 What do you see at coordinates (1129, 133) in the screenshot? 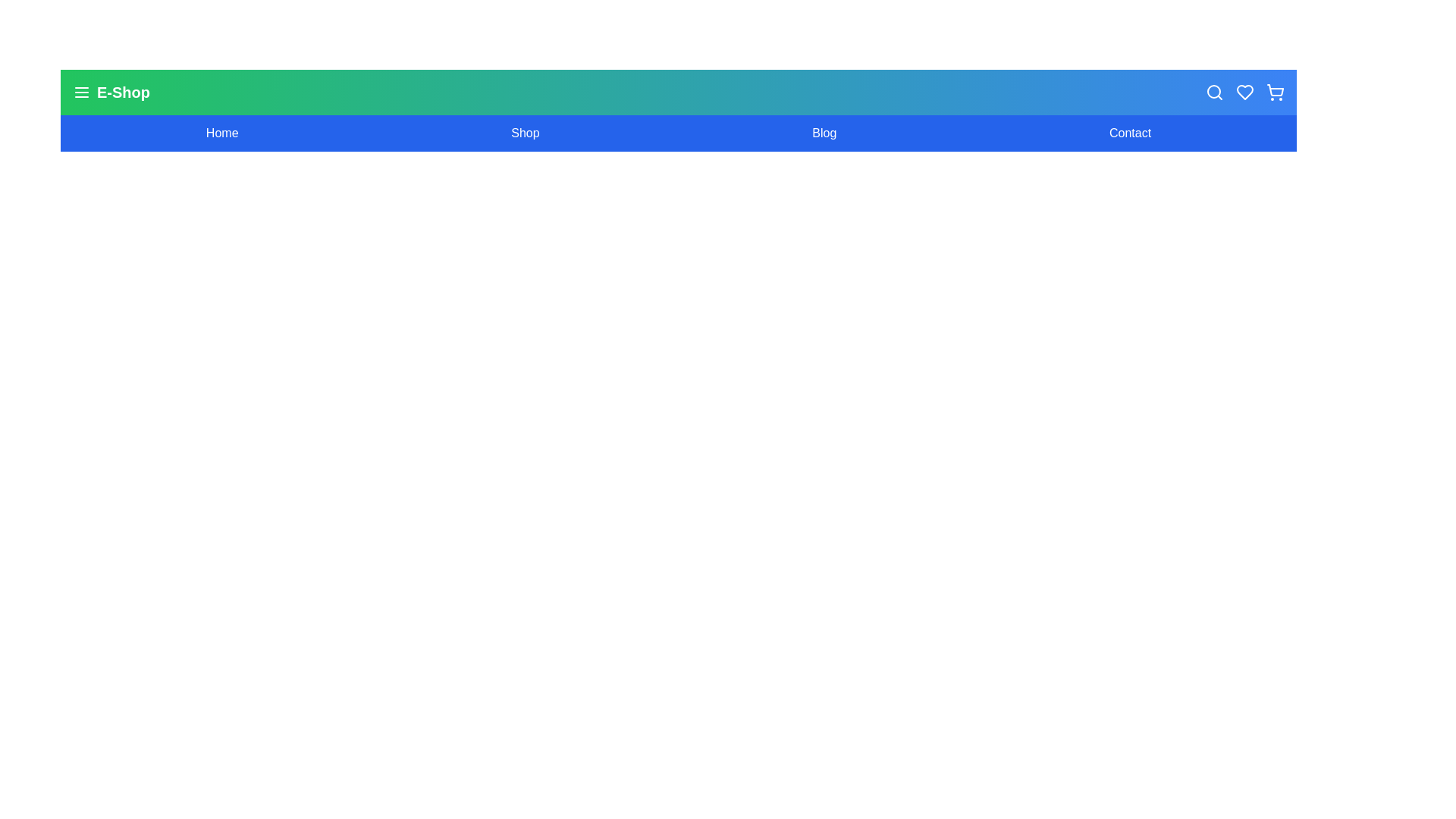
I see `the navigation link Contact` at bounding box center [1129, 133].